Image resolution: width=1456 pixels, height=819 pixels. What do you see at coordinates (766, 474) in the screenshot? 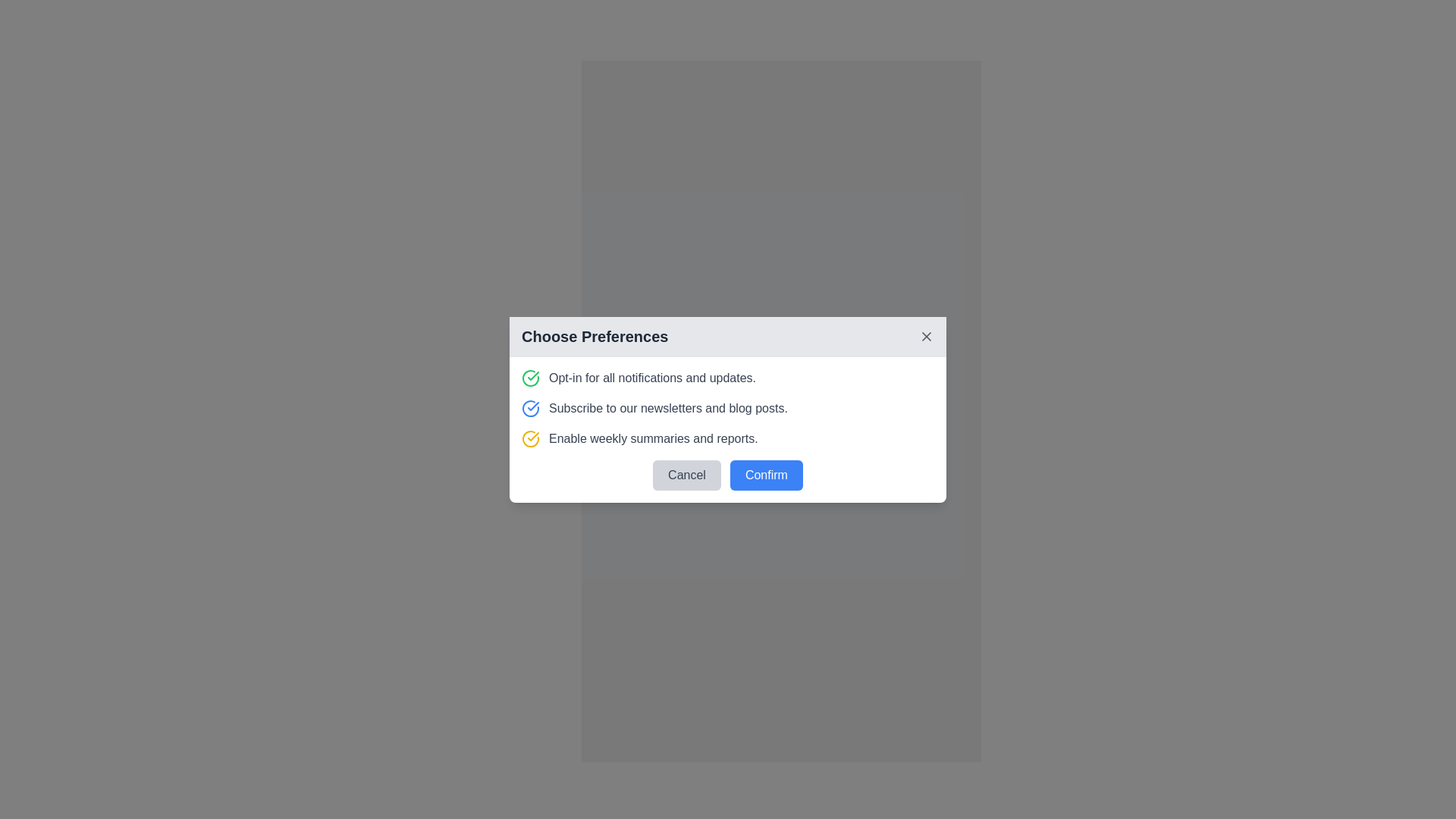
I see `the Confirm button located in the bottom section of the modal dialog, which is positioned to the right of the Cancel button` at bounding box center [766, 474].